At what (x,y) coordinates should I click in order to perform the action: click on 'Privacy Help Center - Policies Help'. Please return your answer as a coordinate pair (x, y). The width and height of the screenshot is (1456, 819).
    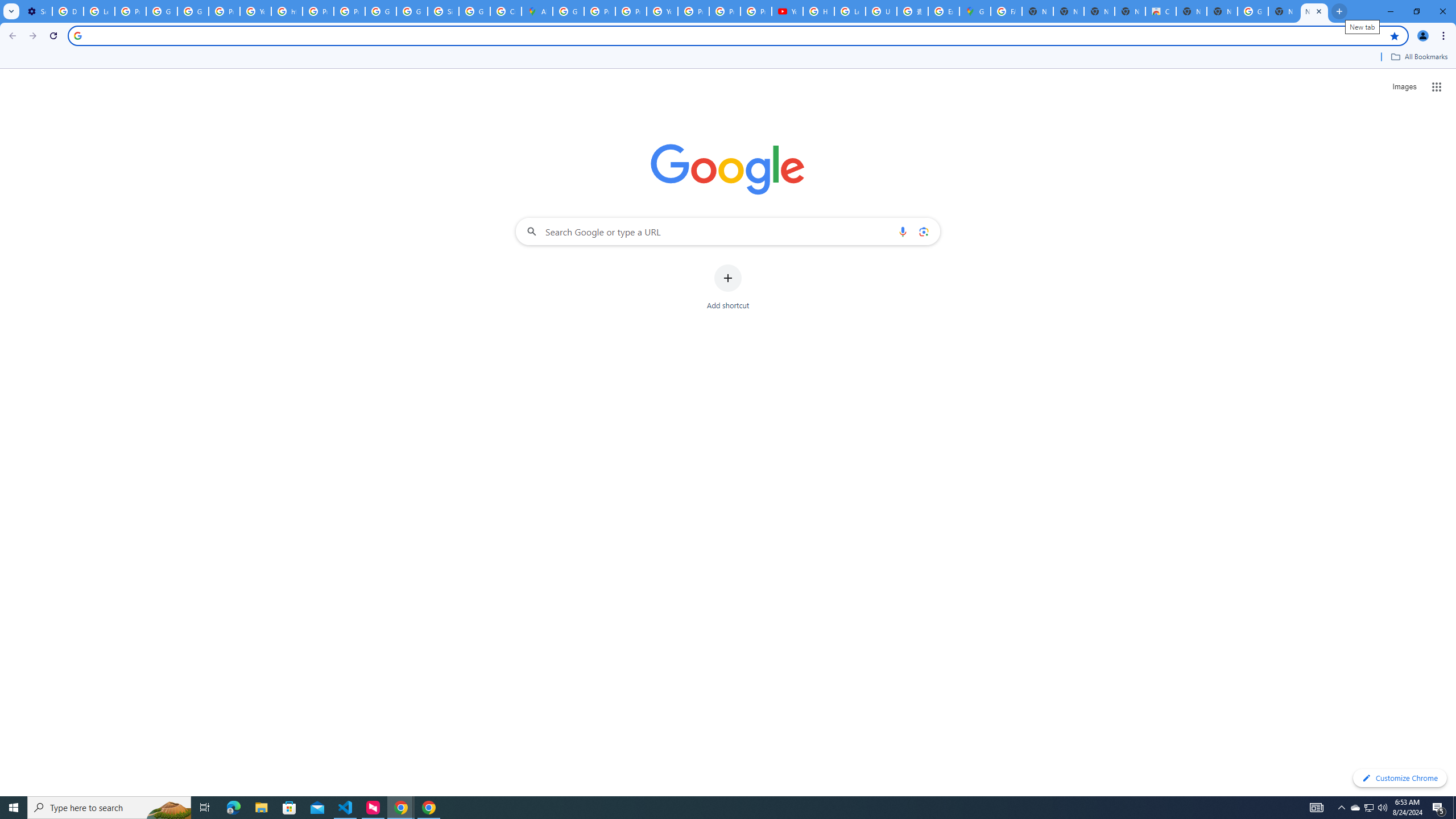
    Looking at the image, I should click on (630, 11).